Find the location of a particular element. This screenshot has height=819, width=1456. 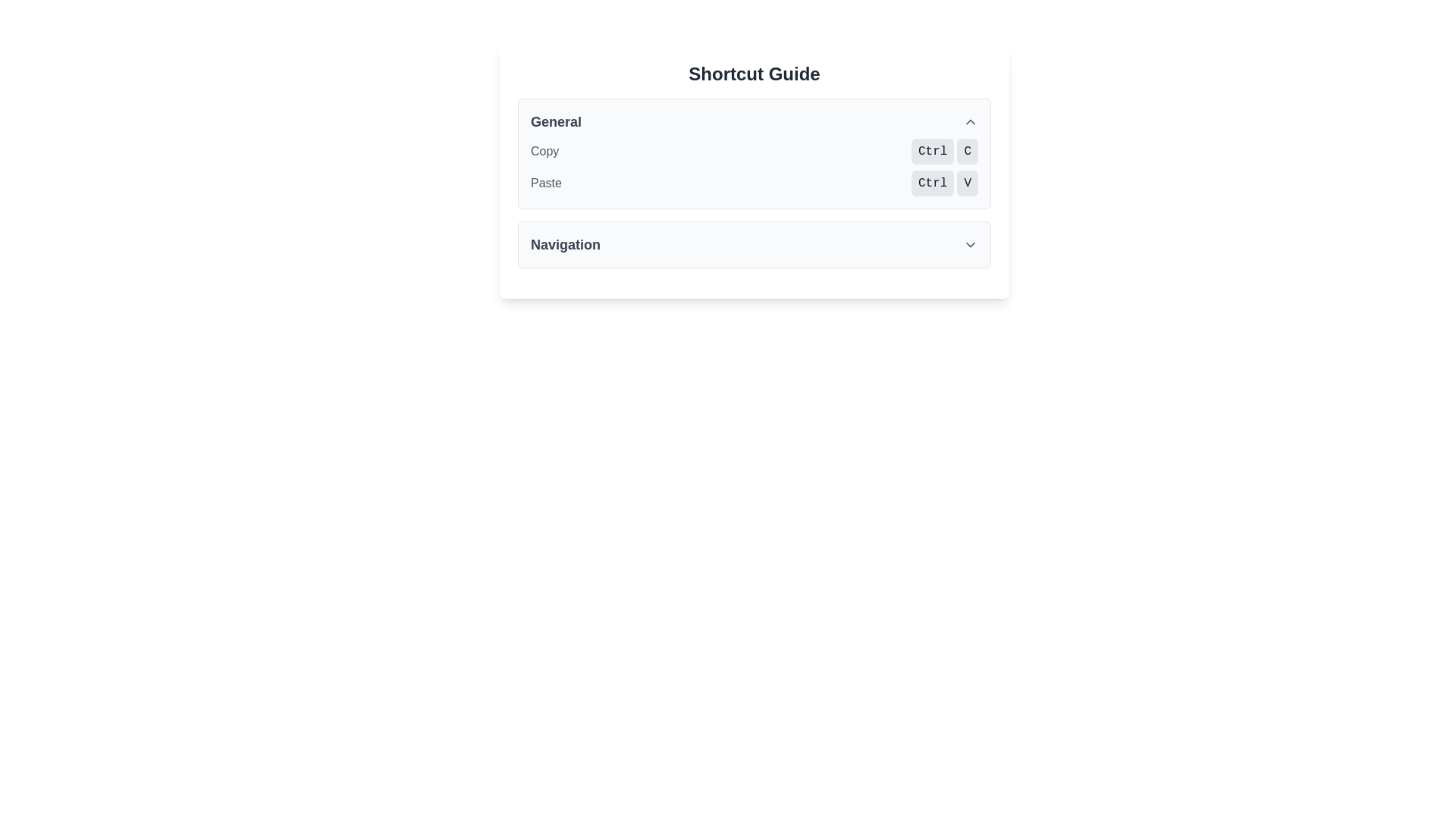

the 'Ctrl' and 'C' buttons displayed in a rounded rectangle with a light gray background in the 'Shortcut Guide' panel is located at coordinates (944, 152).